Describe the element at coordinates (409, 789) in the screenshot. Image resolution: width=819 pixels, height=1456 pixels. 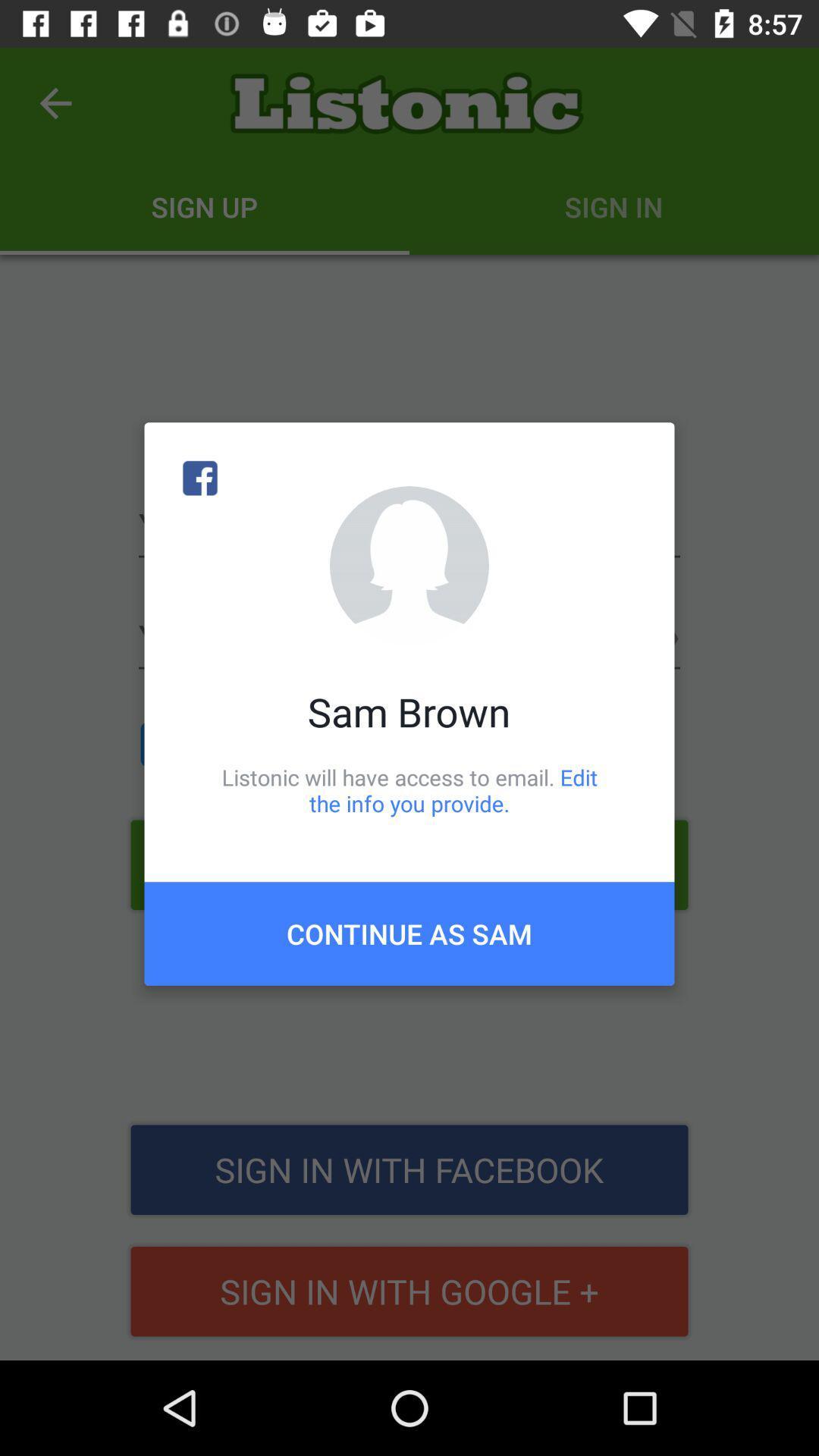
I see `the listonic will have` at that location.